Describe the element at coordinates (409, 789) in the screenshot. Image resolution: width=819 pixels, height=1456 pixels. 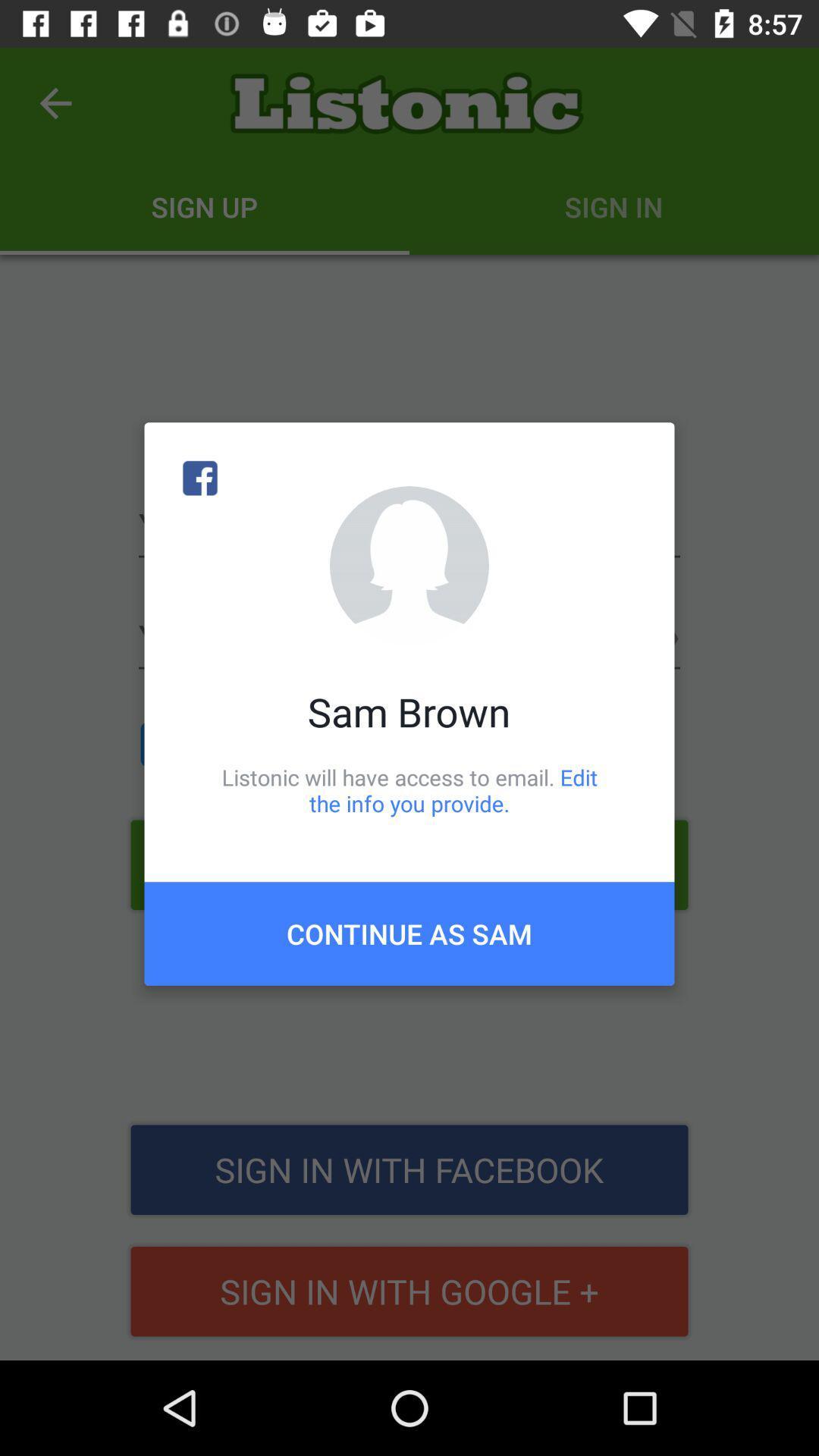
I see `the listonic will have` at that location.